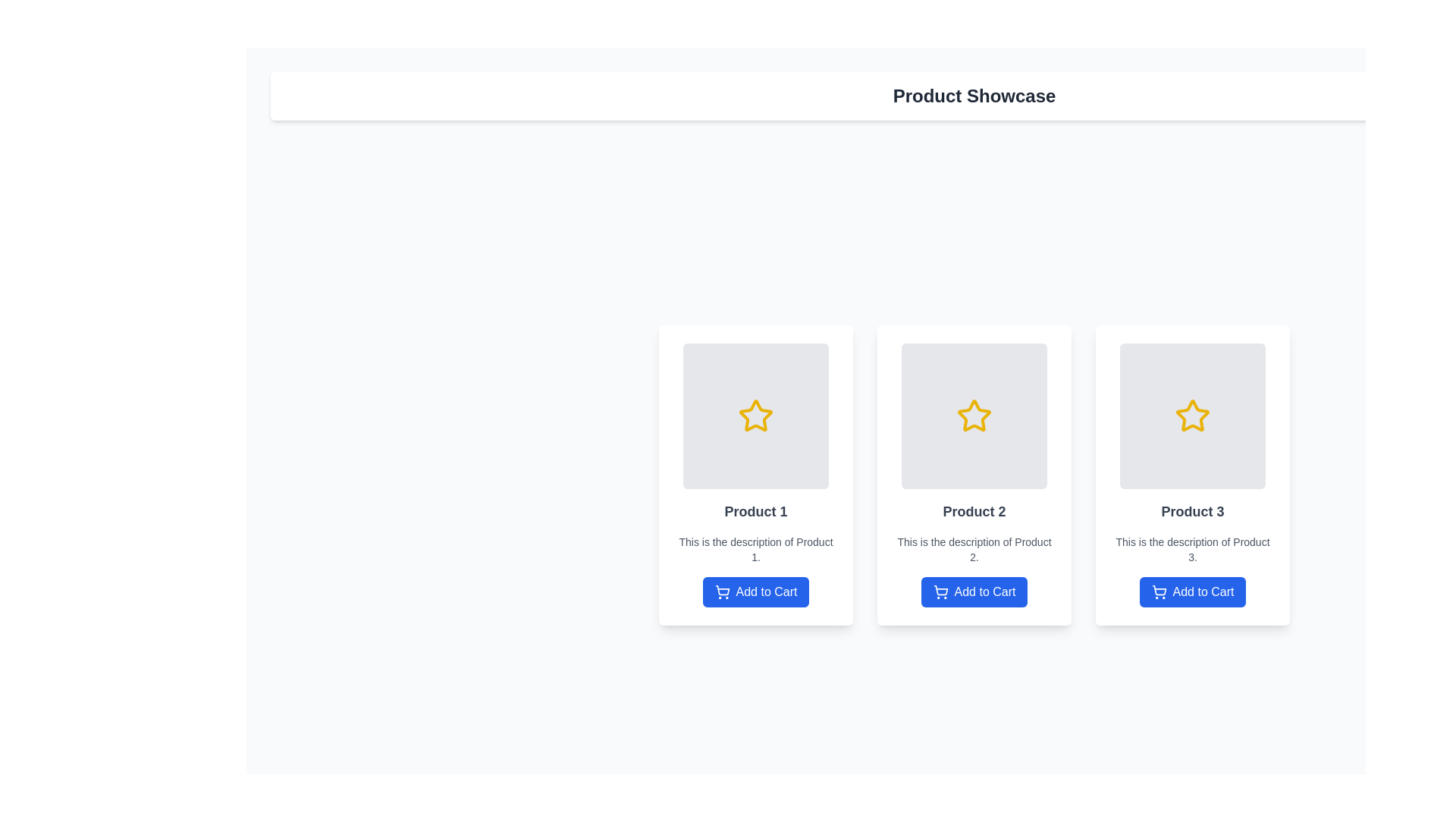 The image size is (1456, 819). I want to click on the first product display card in the 'Product Showcase' section, so click(756, 475).